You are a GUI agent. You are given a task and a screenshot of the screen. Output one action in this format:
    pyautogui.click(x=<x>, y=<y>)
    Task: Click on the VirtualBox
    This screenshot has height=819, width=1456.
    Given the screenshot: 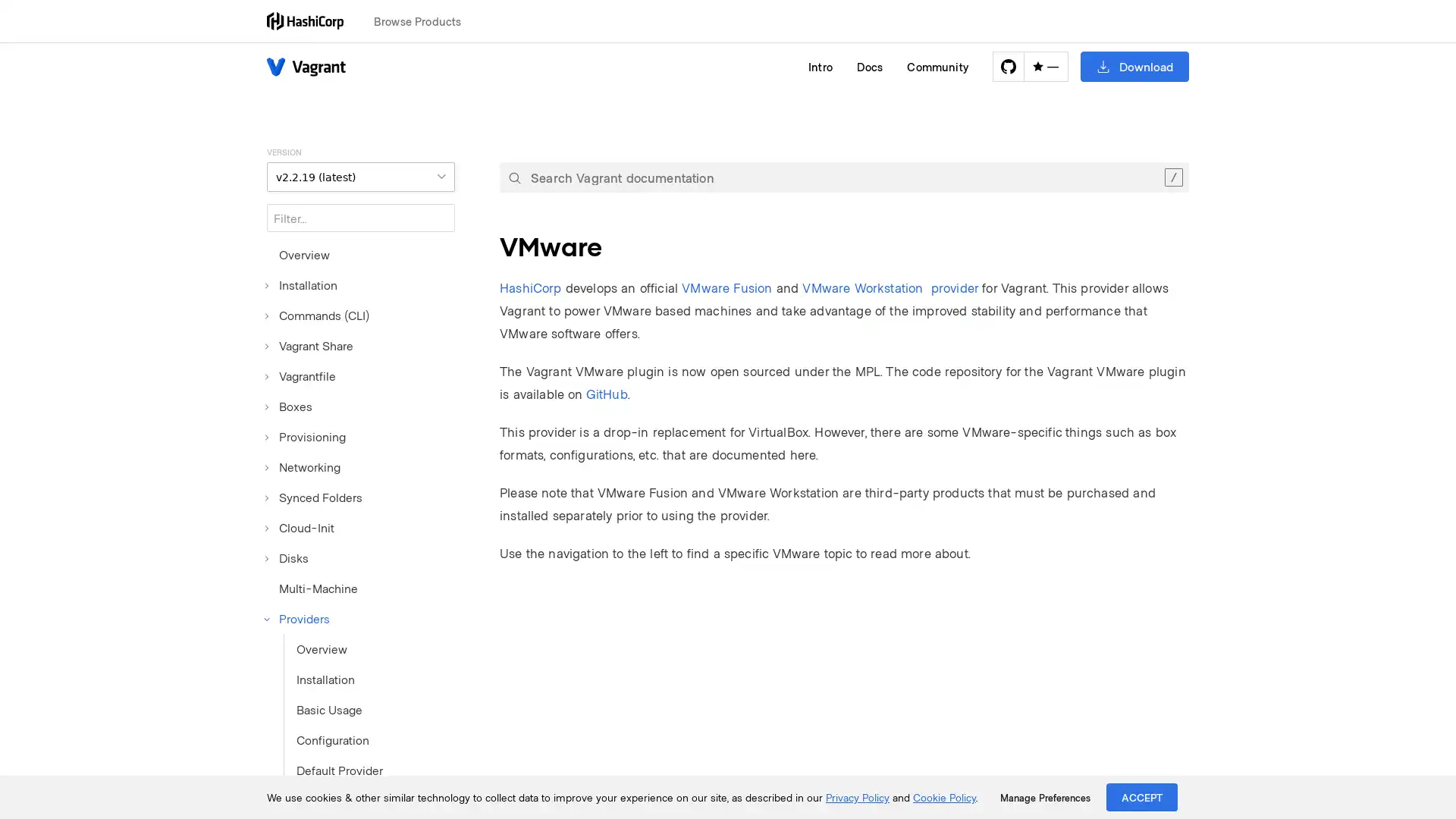 What is the action you would take?
    pyautogui.click(x=315, y=800)
    